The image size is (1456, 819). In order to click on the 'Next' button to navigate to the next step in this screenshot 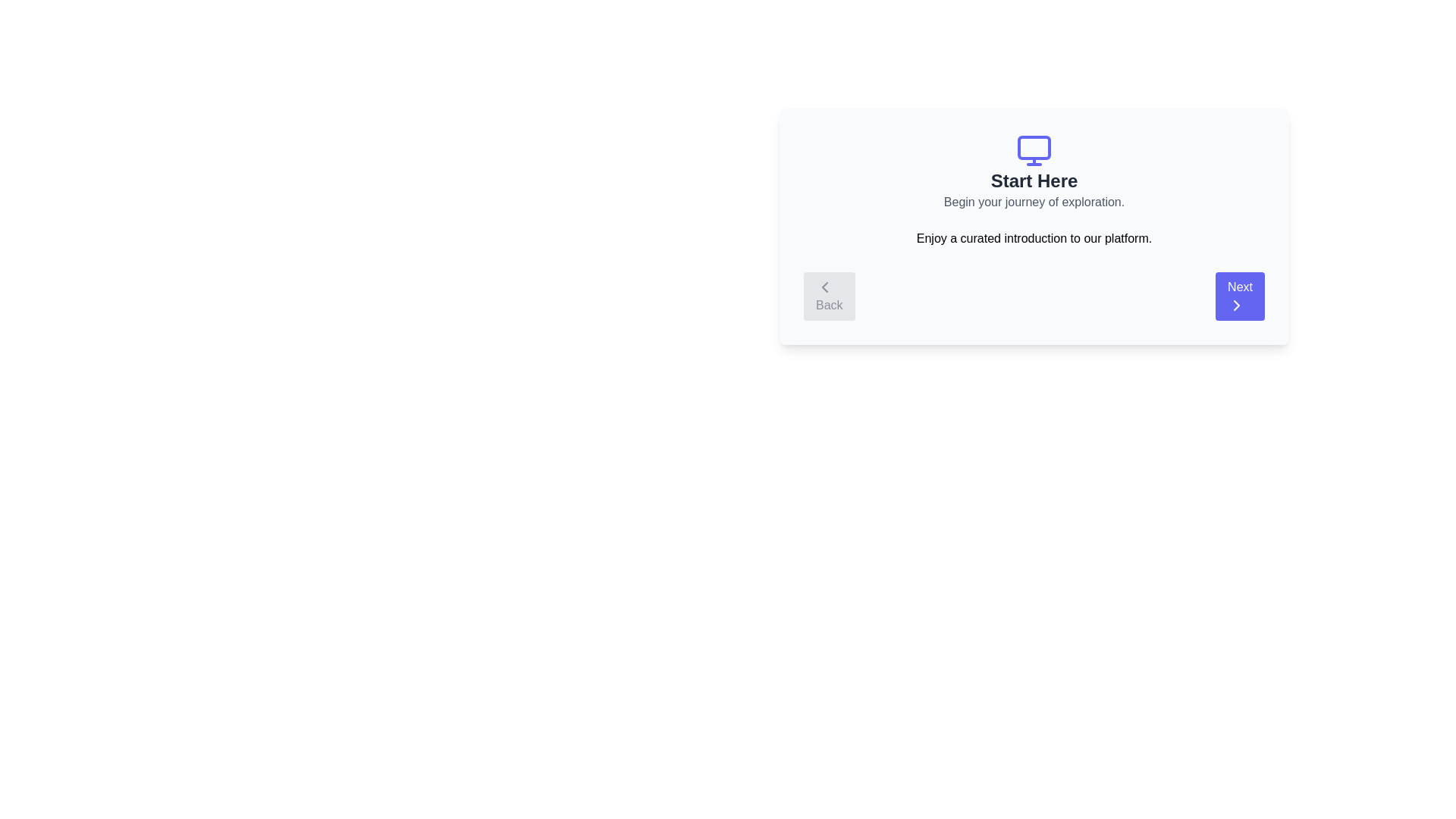, I will do `click(1240, 296)`.